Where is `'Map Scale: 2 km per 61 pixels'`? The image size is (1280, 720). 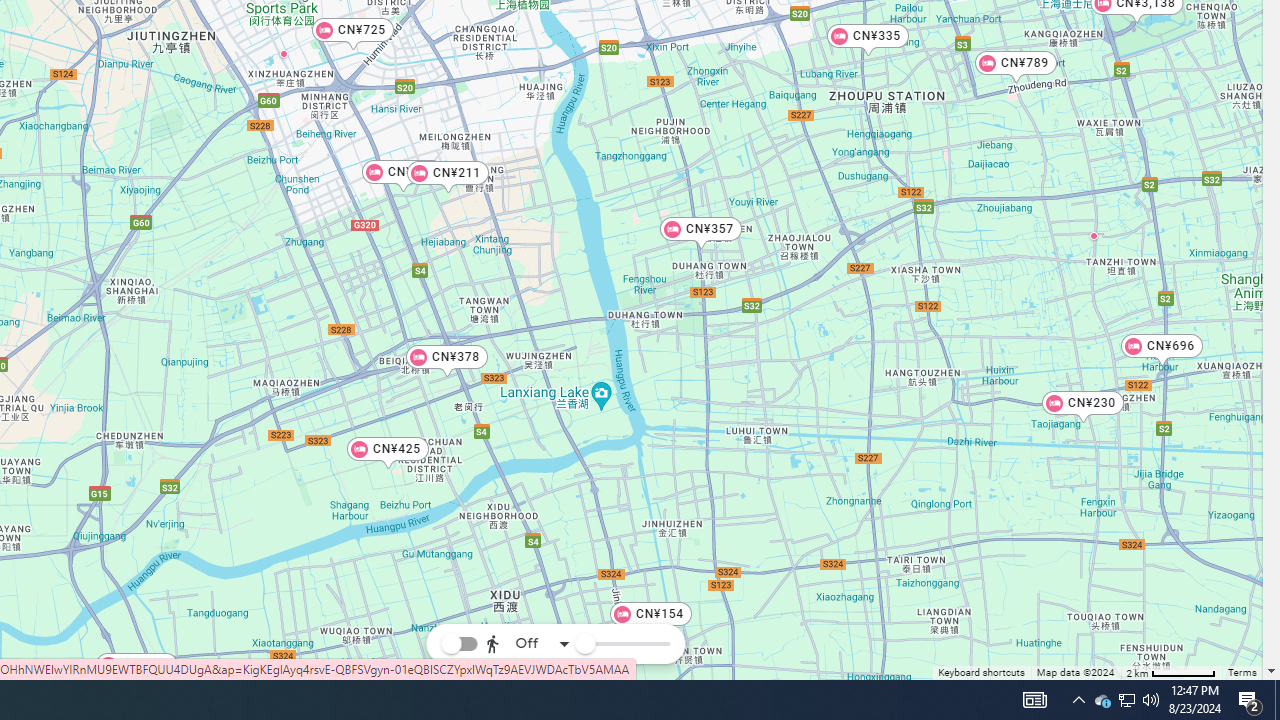
'Map Scale: 2 km per 61 pixels' is located at coordinates (1171, 672).